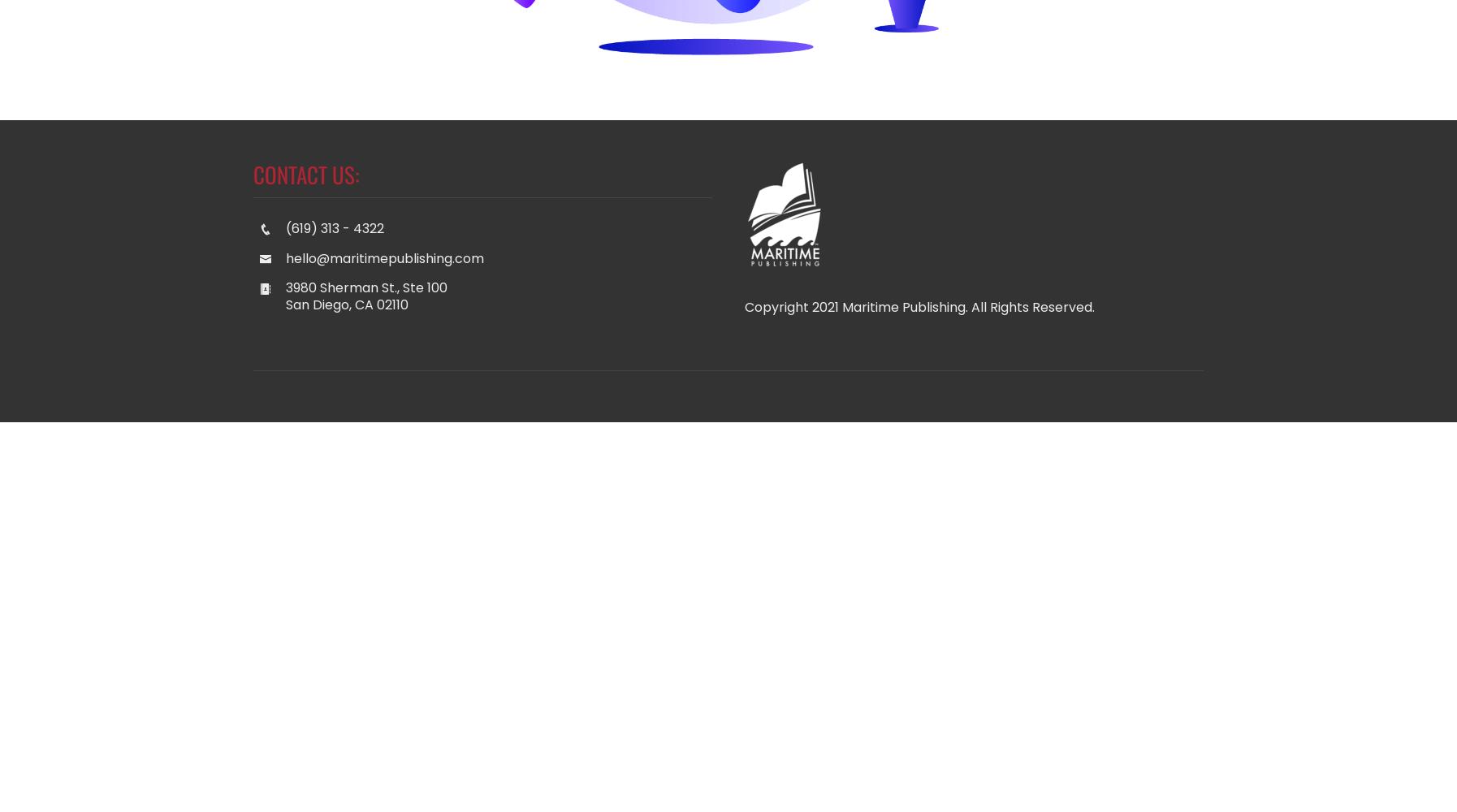  What do you see at coordinates (346, 304) in the screenshot?
I see `'San Diego, CA 02110'` at bounding box center [346, 304].